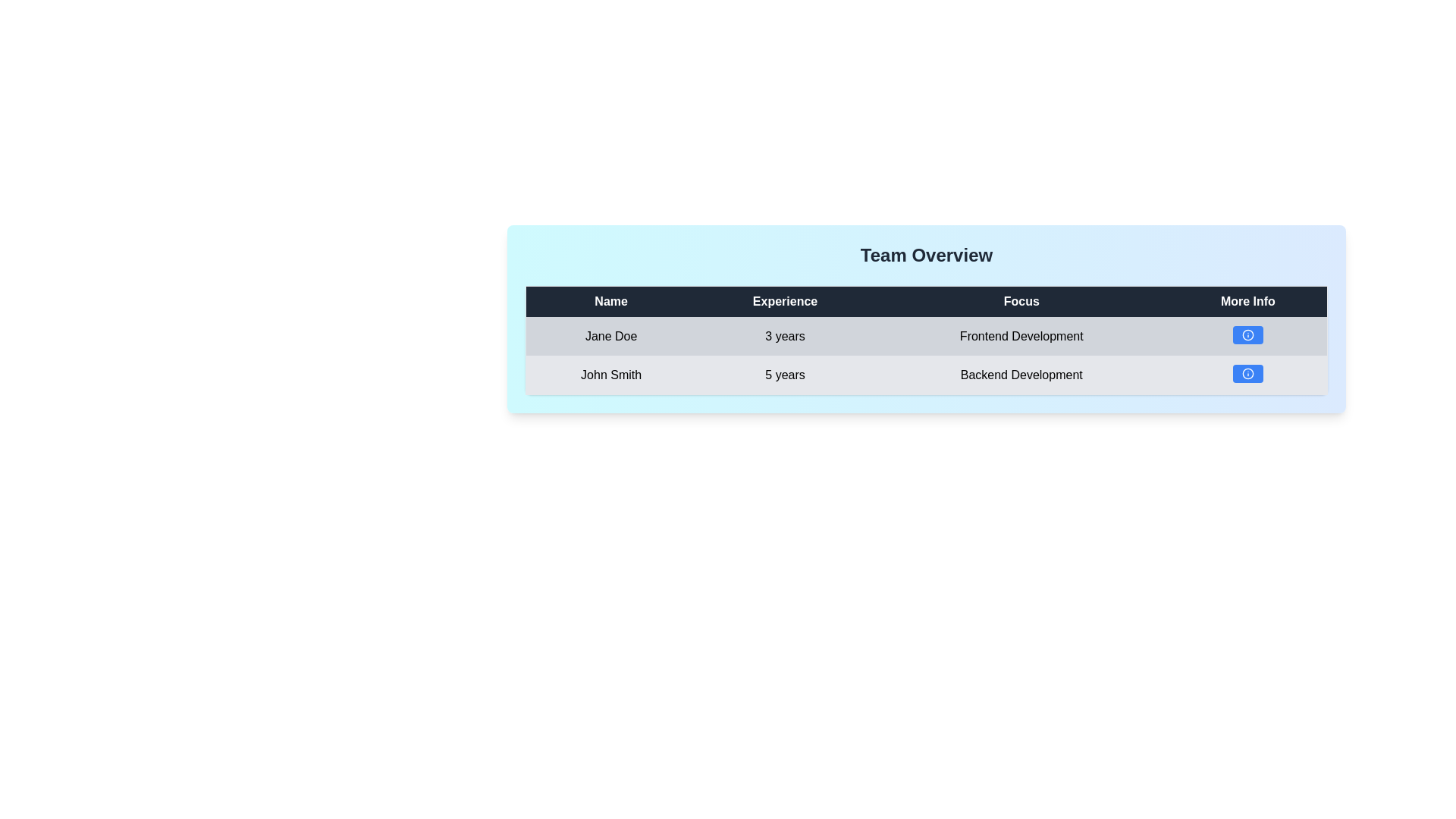 This screenshot has height=819, width=1456. I want to click on the blue circular button with a white information icon located in the last column of the second row under the 'More Info' column, so click(1248, 375).